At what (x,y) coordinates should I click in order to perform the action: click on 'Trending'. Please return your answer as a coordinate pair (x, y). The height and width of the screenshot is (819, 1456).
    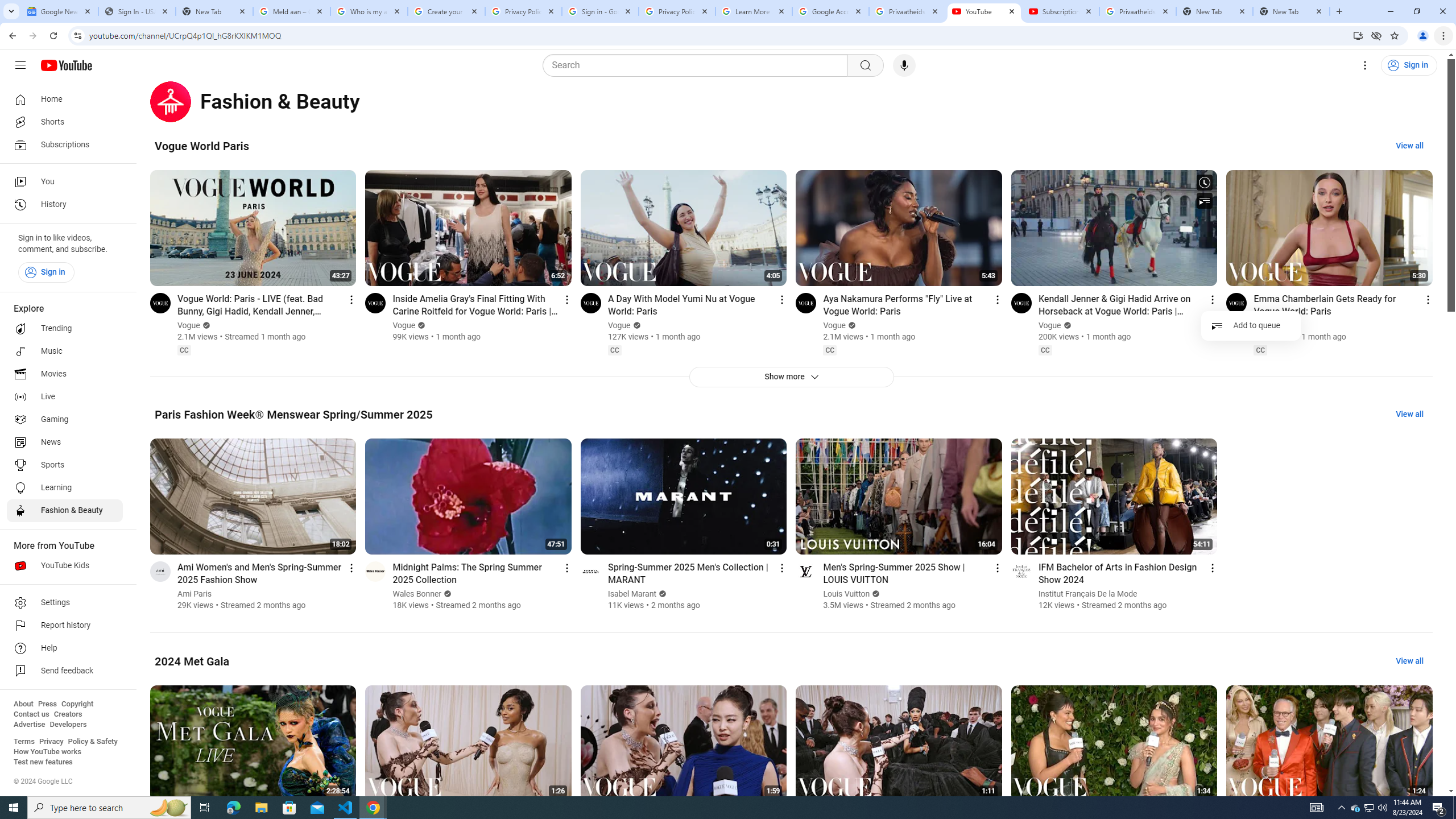
    Looking at the image, I should click on (64, 329).